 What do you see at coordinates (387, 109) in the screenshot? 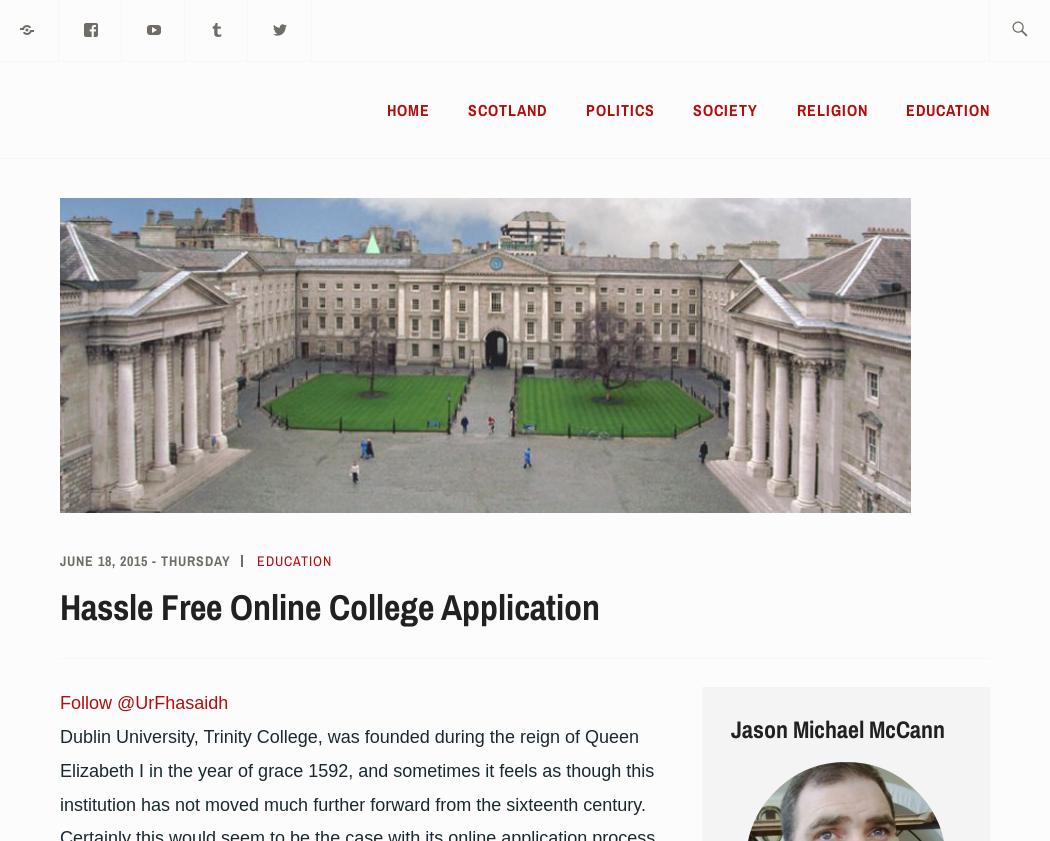
I see `'Home'` at bounding box center [387, 109].